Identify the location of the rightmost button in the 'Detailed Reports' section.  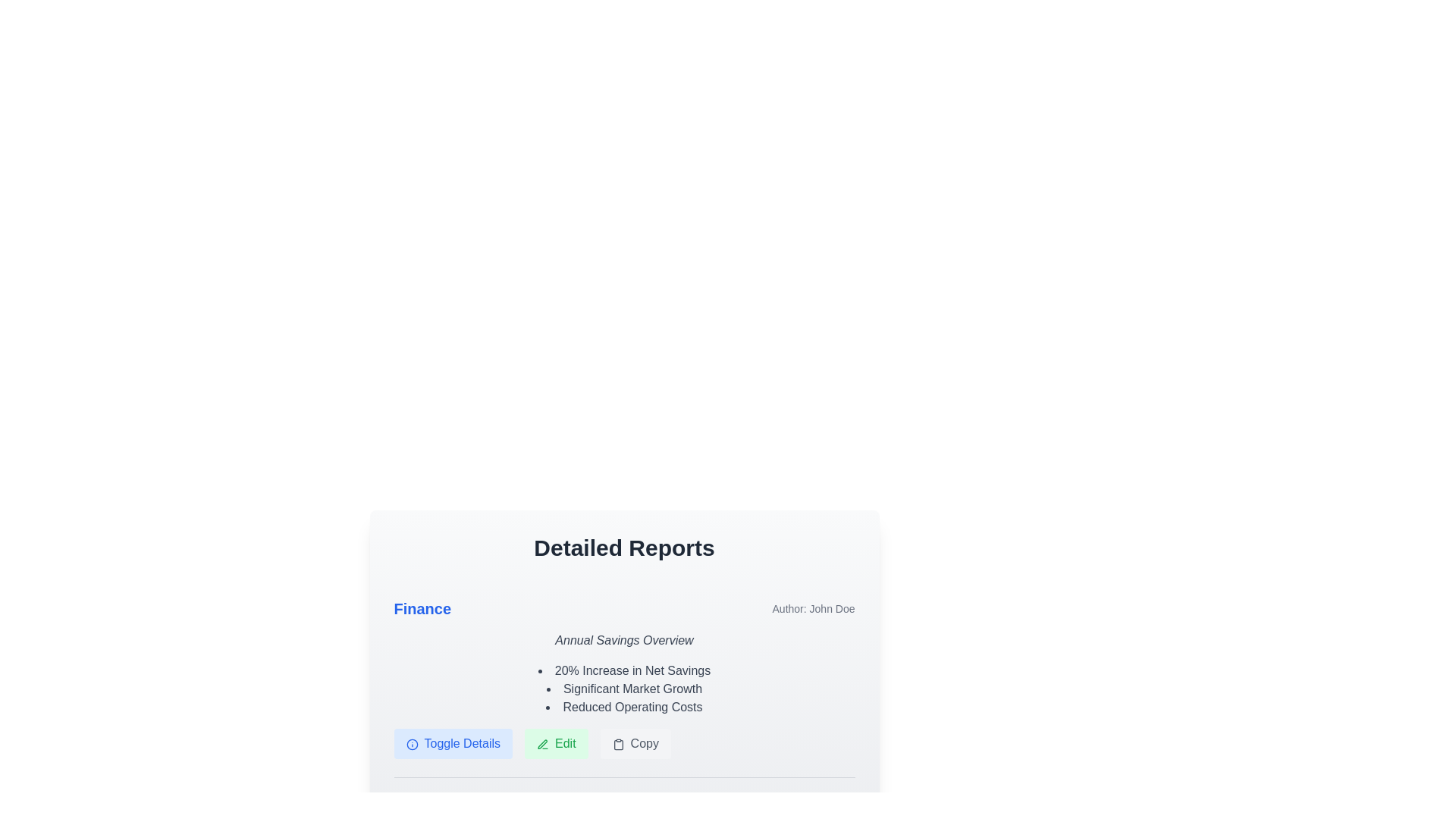
(635, 742).